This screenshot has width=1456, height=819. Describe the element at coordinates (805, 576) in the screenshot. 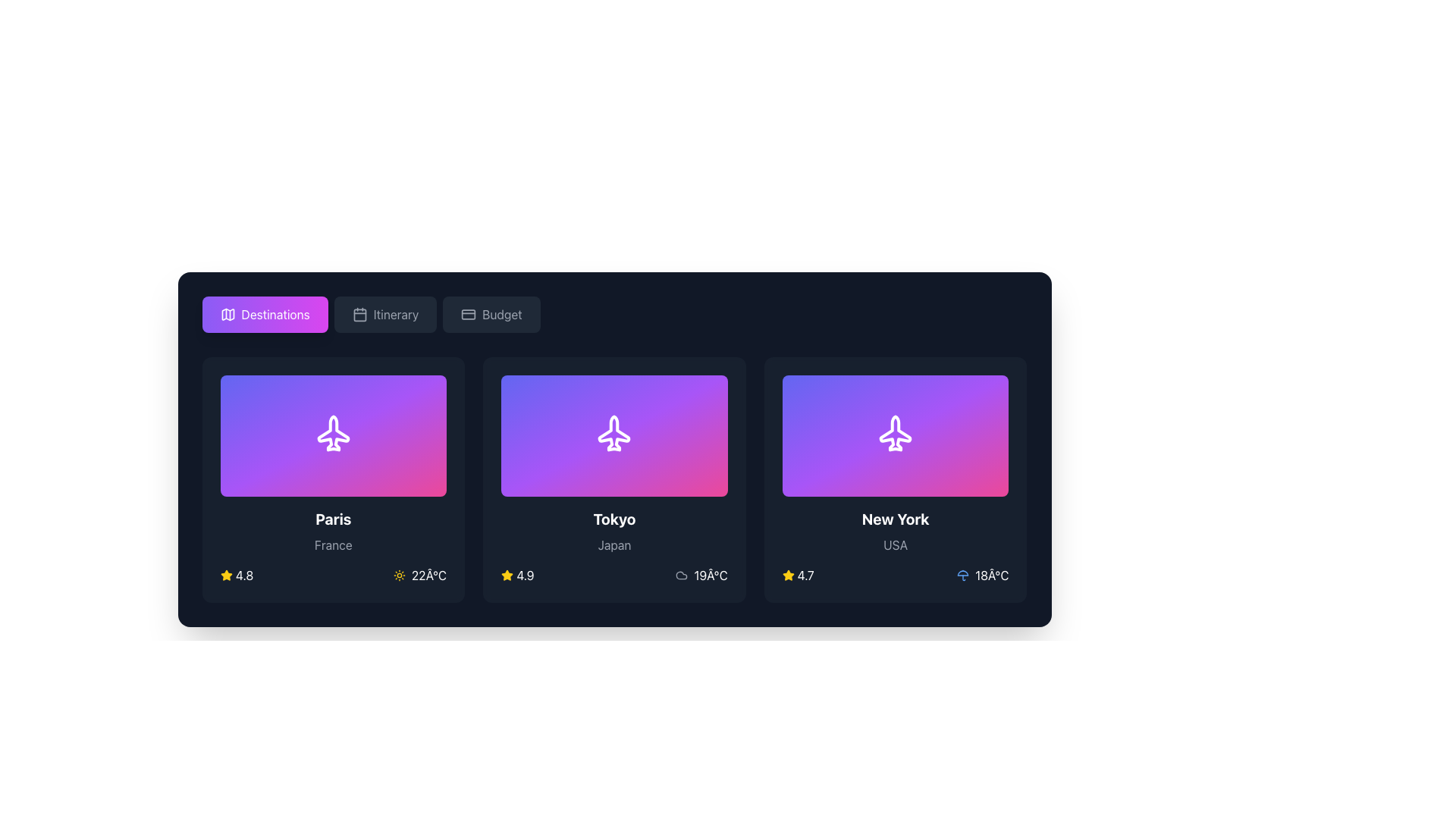

I see `the static text label displaying '4.7' that is positioned to the right of a yellow star icon in the rating section of the 'New York' card in the third column` at that location.